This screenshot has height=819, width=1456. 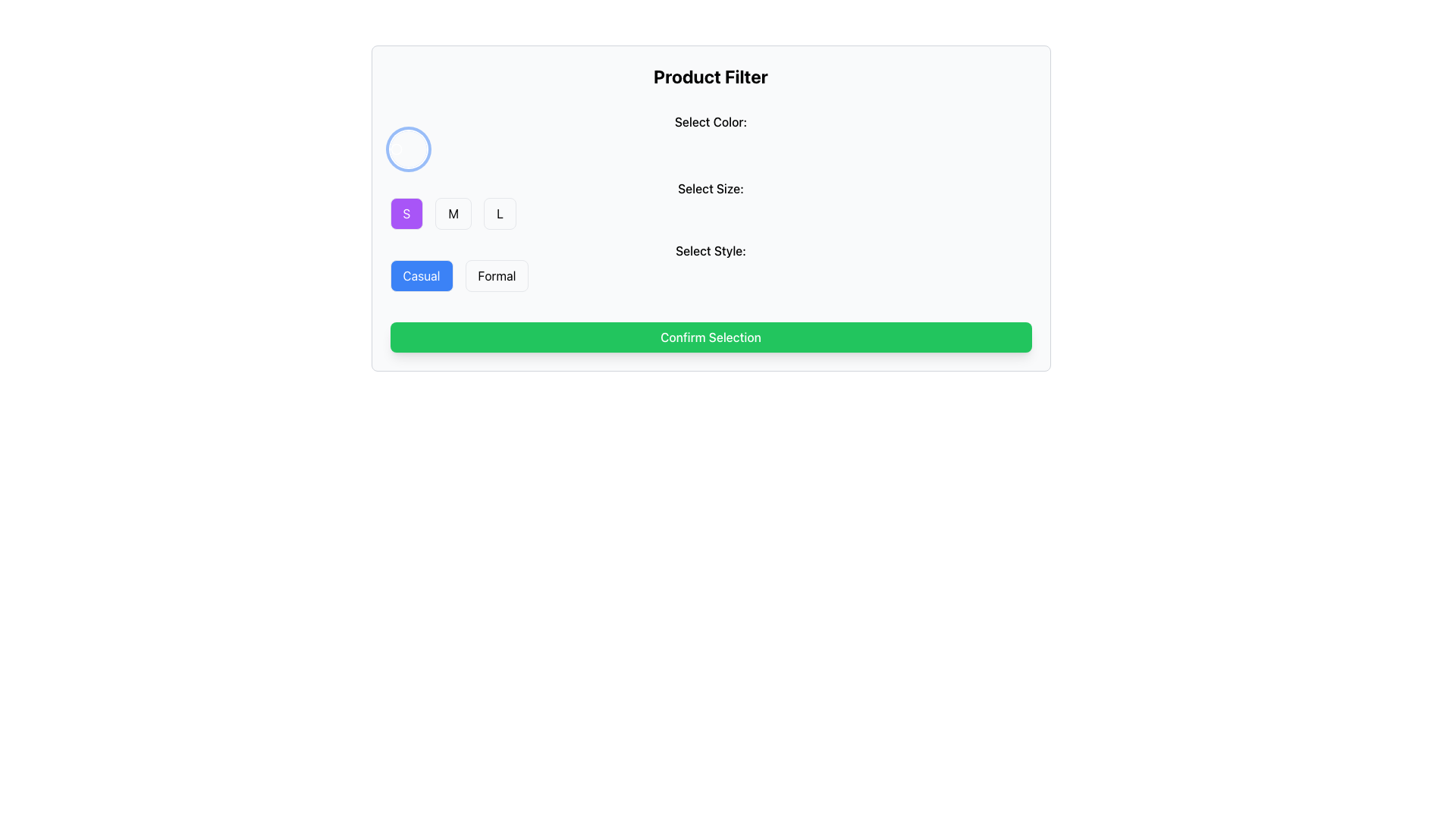 I want to click on the 'Casual' style option button located below the 'Select Style:' label, so click(x=422, y=275).